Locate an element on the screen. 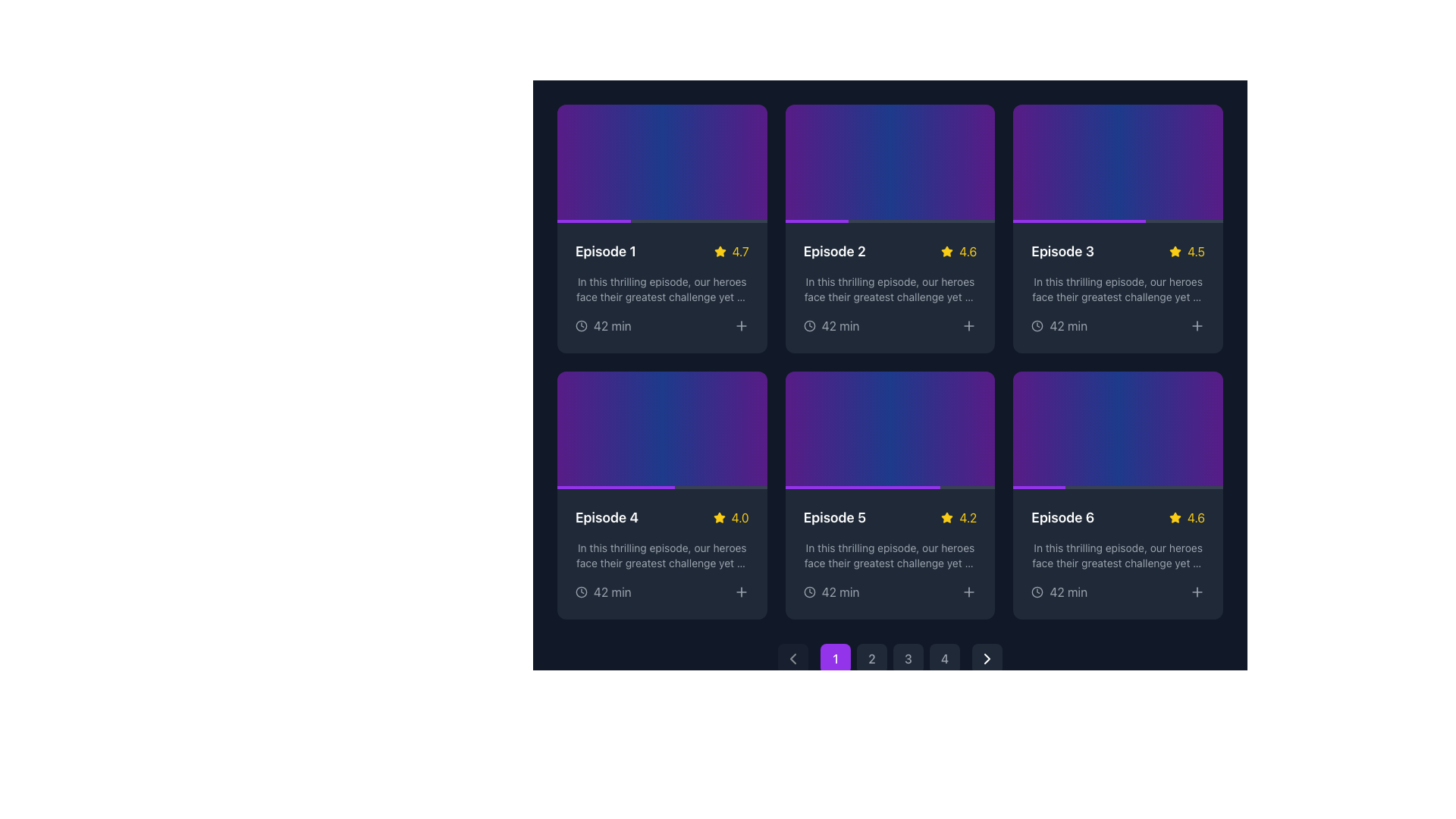 The image size is (1456, 819). the decorative icon indicating the duration of 'Episode 3', located to the left of the text '42 min' is located at coordinates (1037, 325).